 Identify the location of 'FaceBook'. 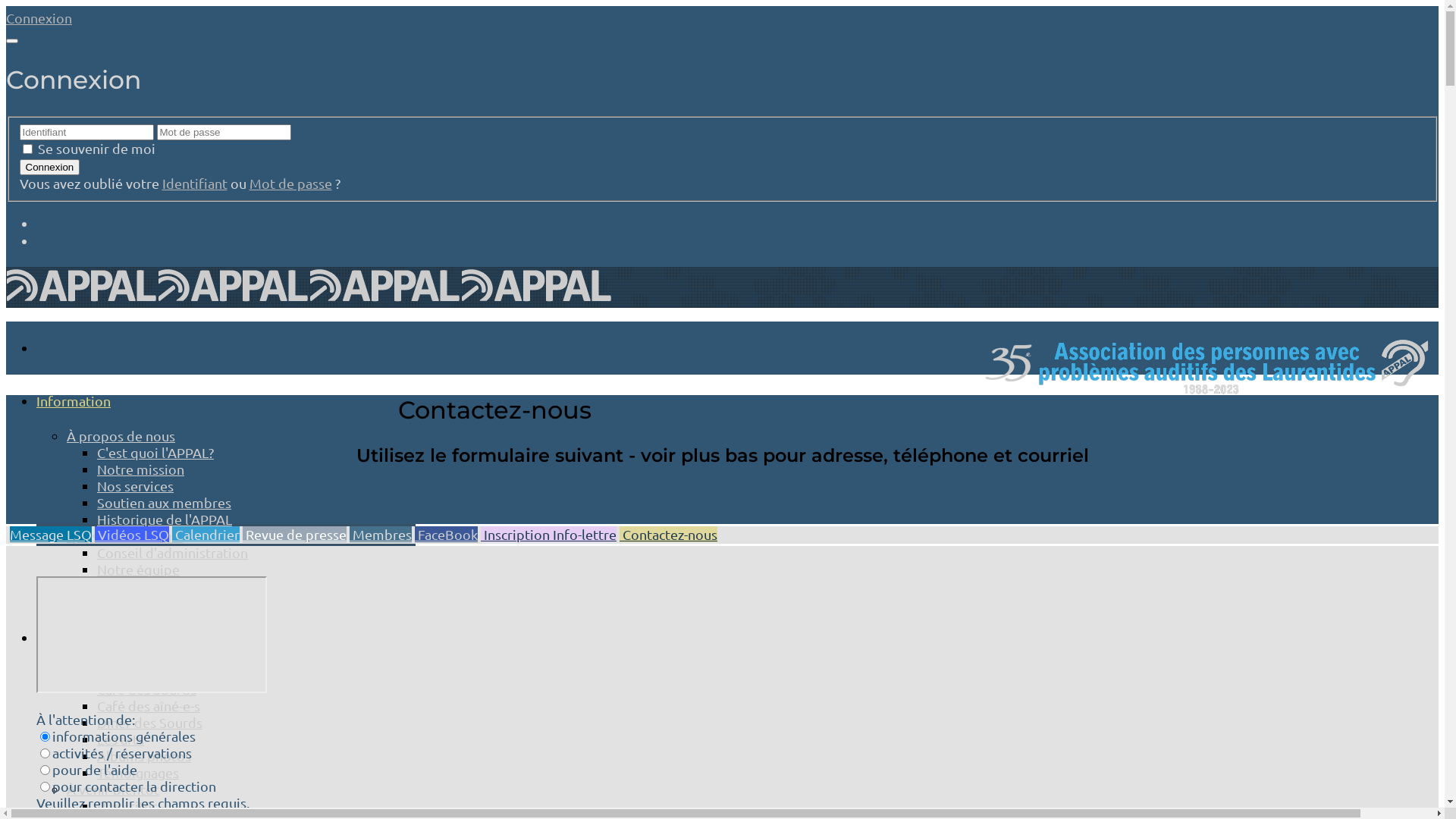
(445, 533).